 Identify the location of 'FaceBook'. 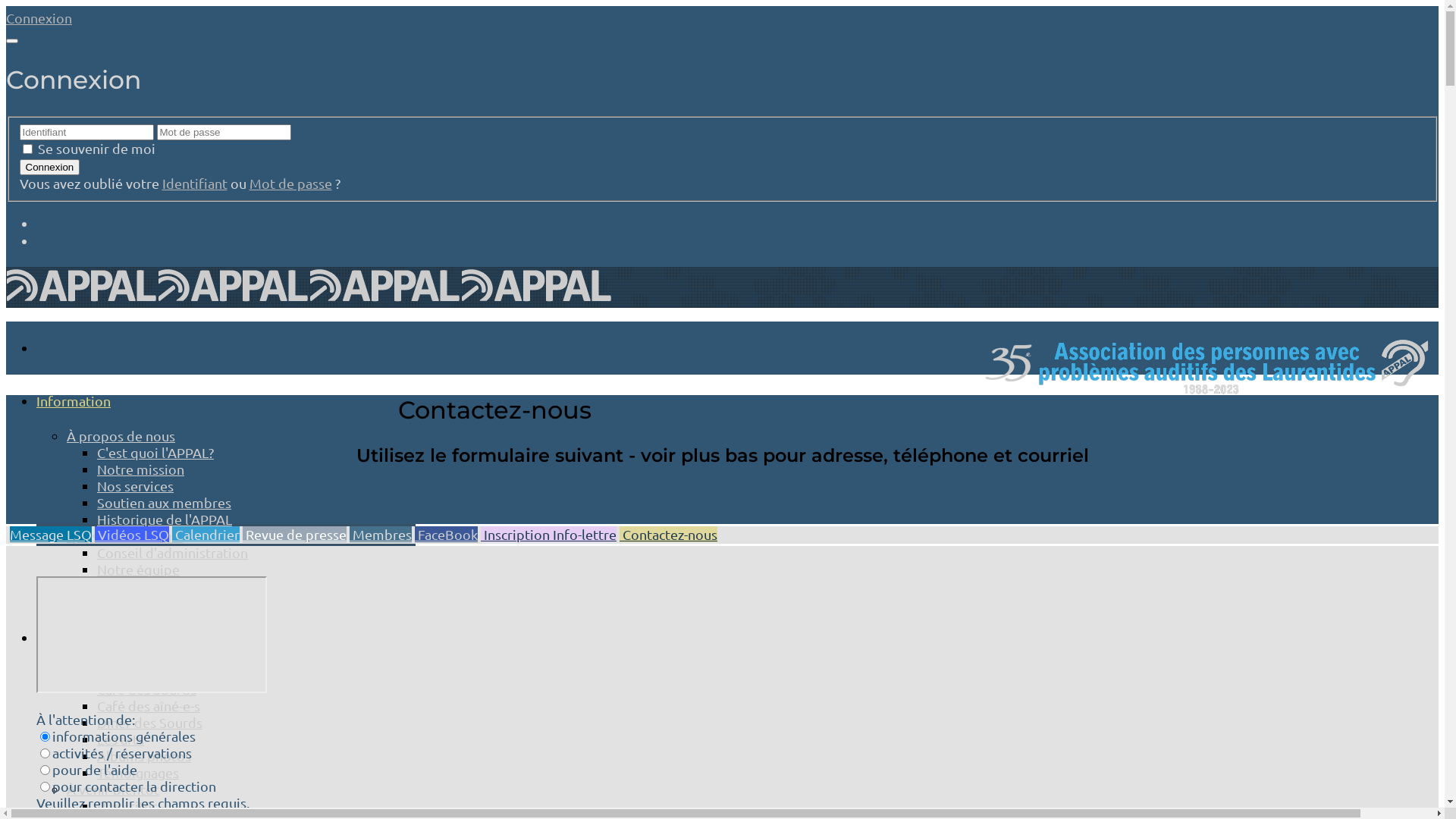
(445, 533).